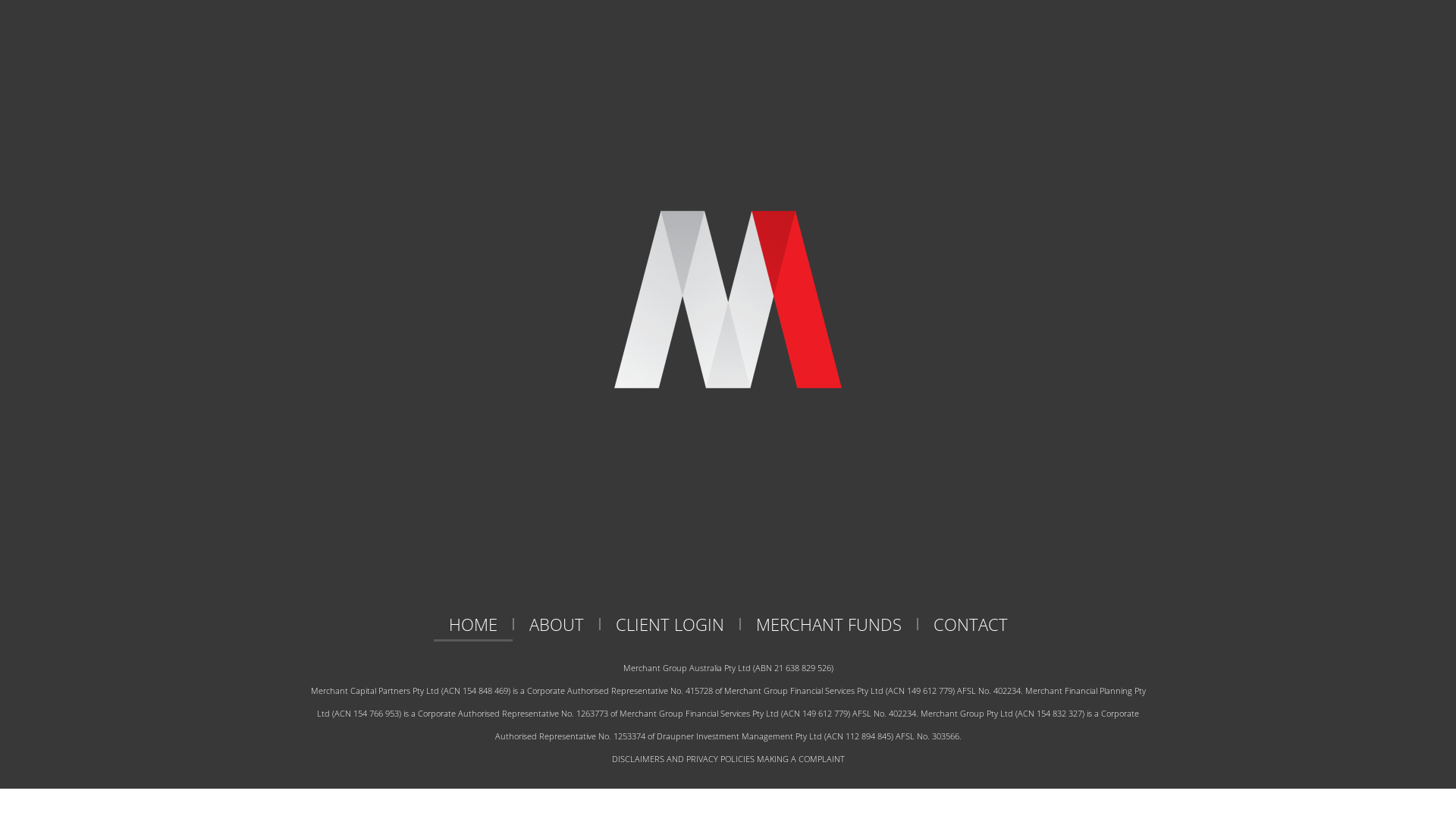 This screenshot has width=1456, height=819. What do you see at coordinates (600, 623) in the screenshot?
I see `'CLIENT LOGIN'` at bounding box center [600, 623].